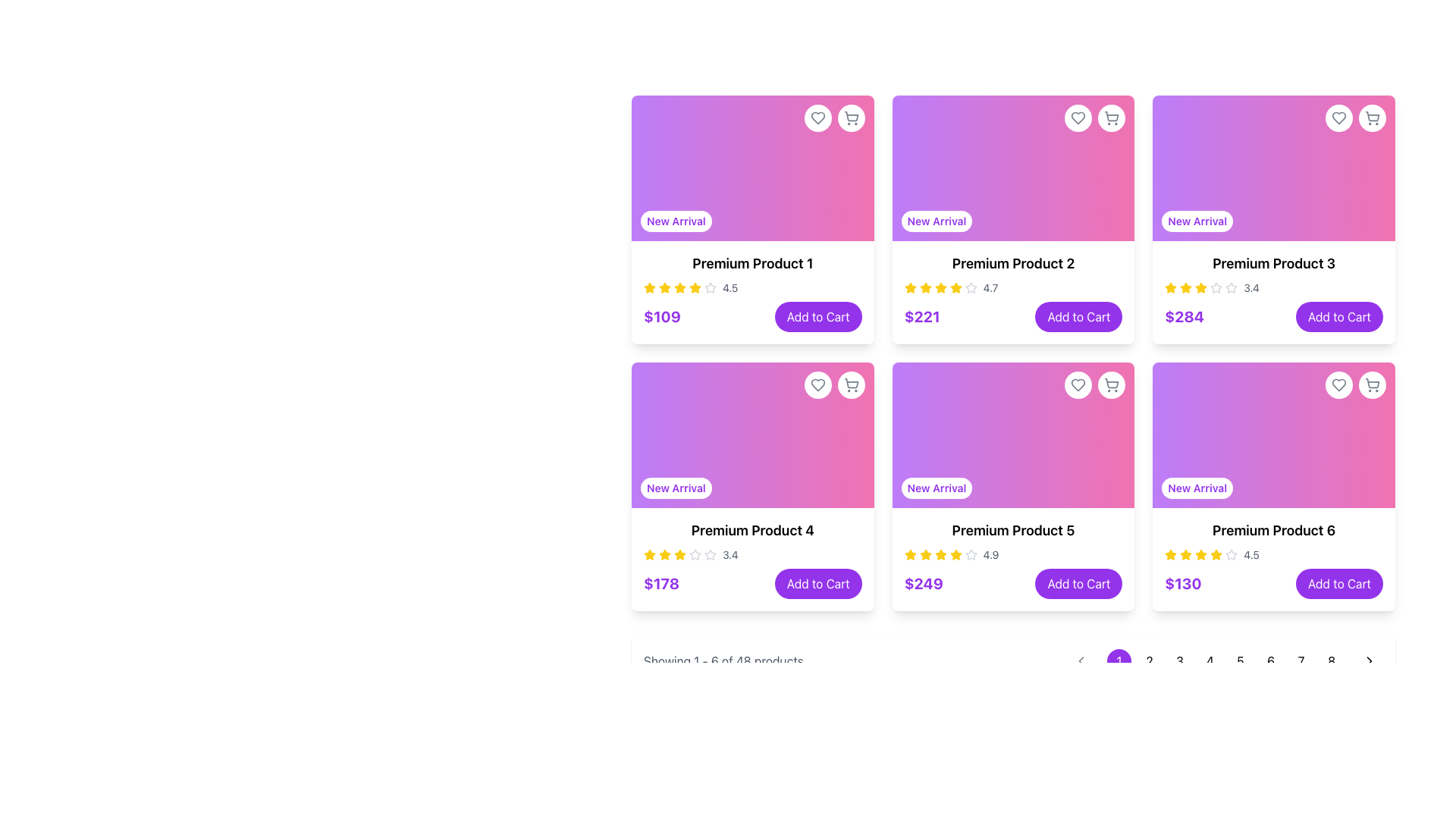  I want to click on the circular button labeled '2' which is part of the pagination buttons at the bottom of the interface, so click(1150, 660).